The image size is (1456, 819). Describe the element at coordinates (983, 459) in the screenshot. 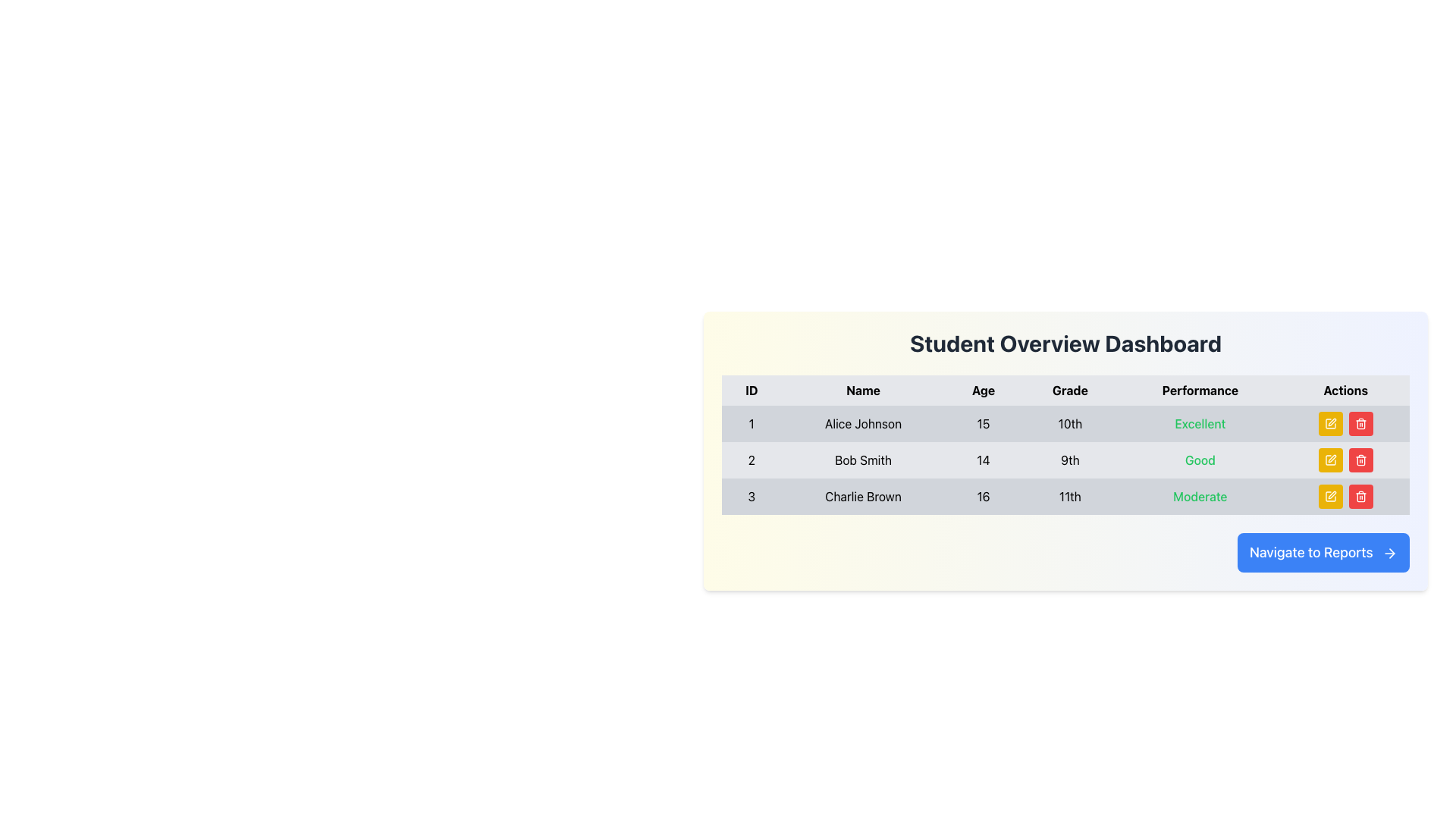

I see `the 'Age' text block for student 'Bob Smith' located in the second row of the table displaying student information` at that location.